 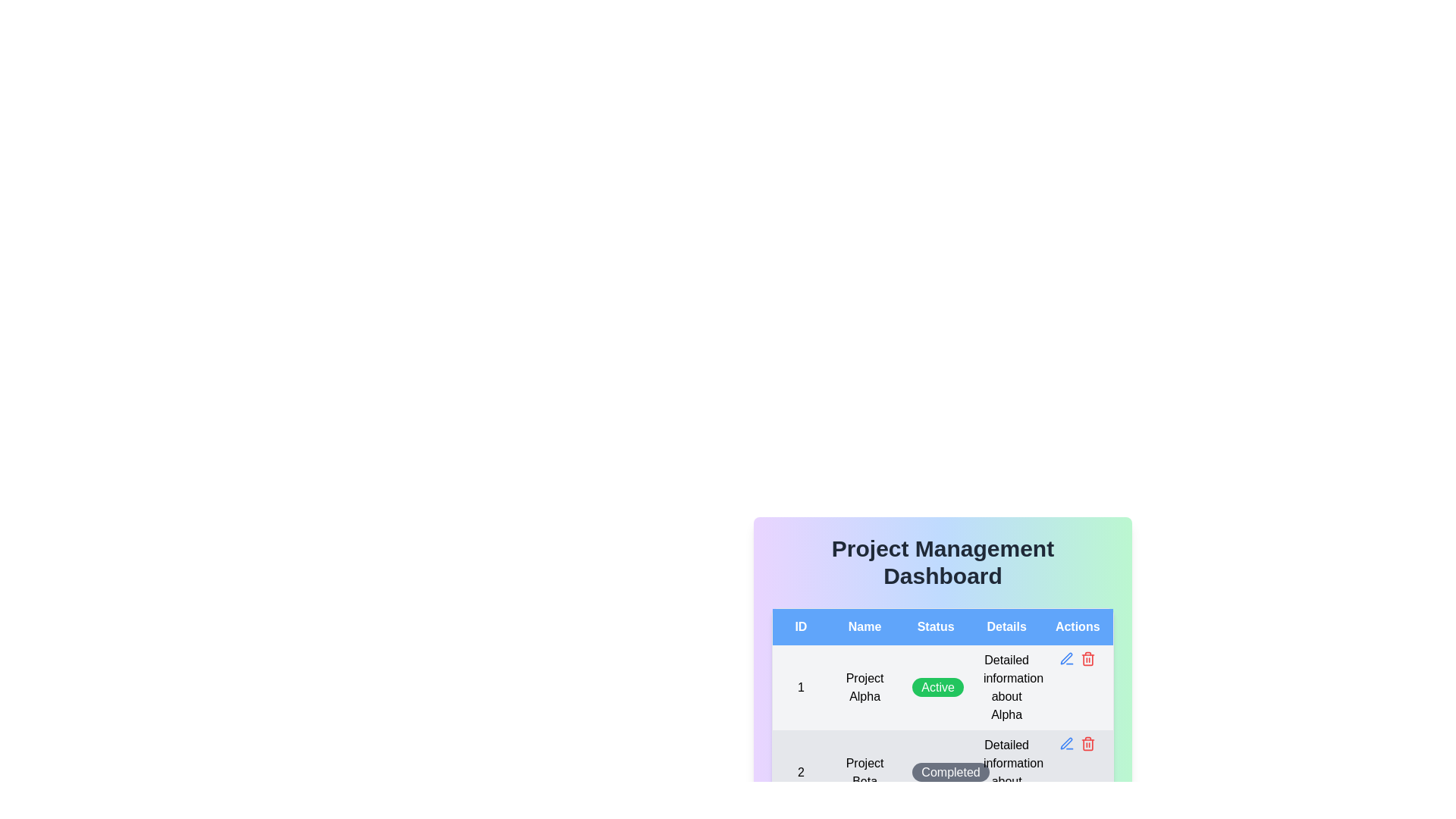 What do you see at coordinates (1077, 657) in the screenshot?
I see `the blue pencil icon in the 'Actions' column of the first row for 'Project Alpha' to initiate editing` at bounding box center [1077, 657].